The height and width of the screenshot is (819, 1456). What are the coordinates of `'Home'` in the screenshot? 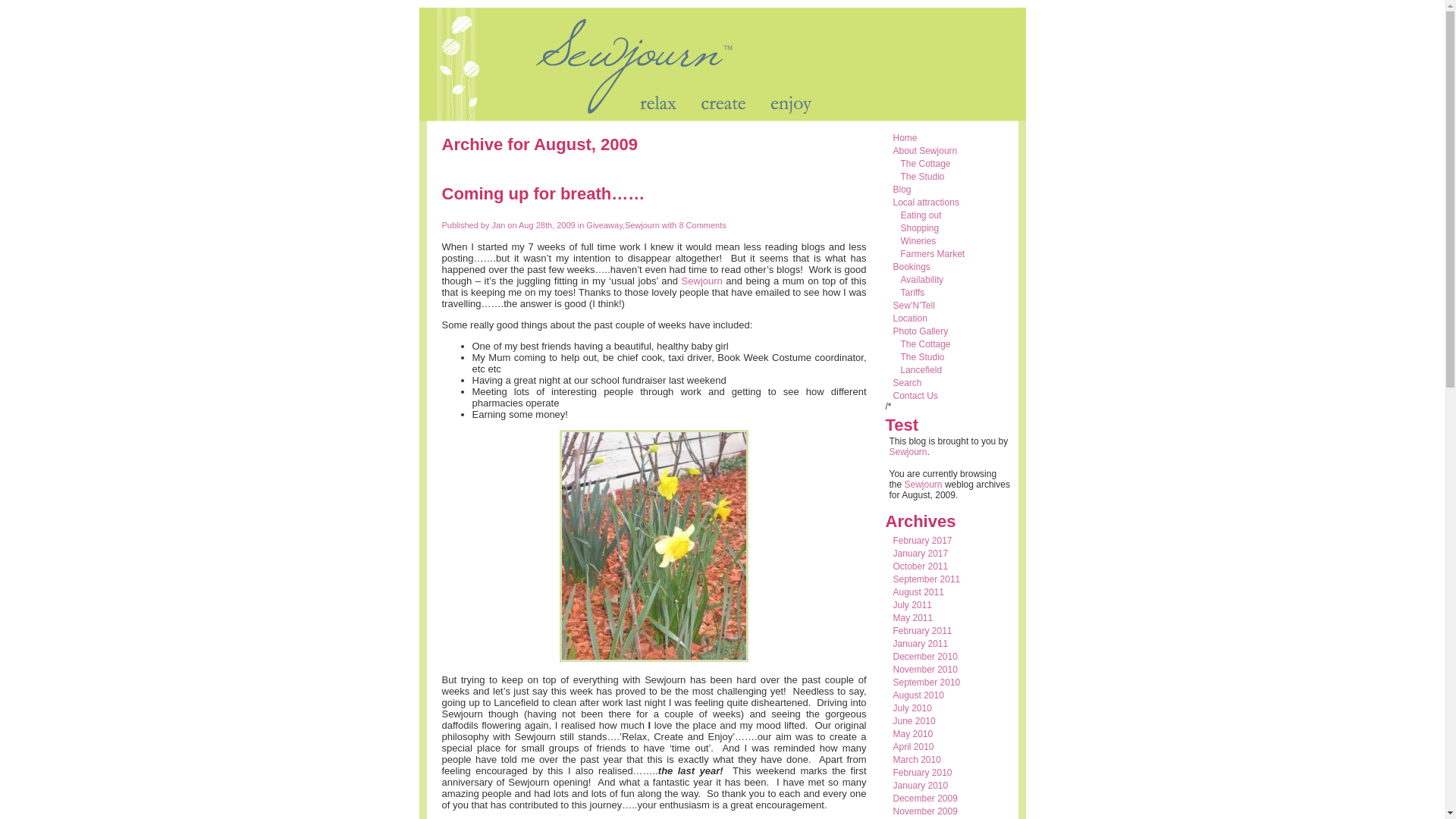 It's located at (905, 137).